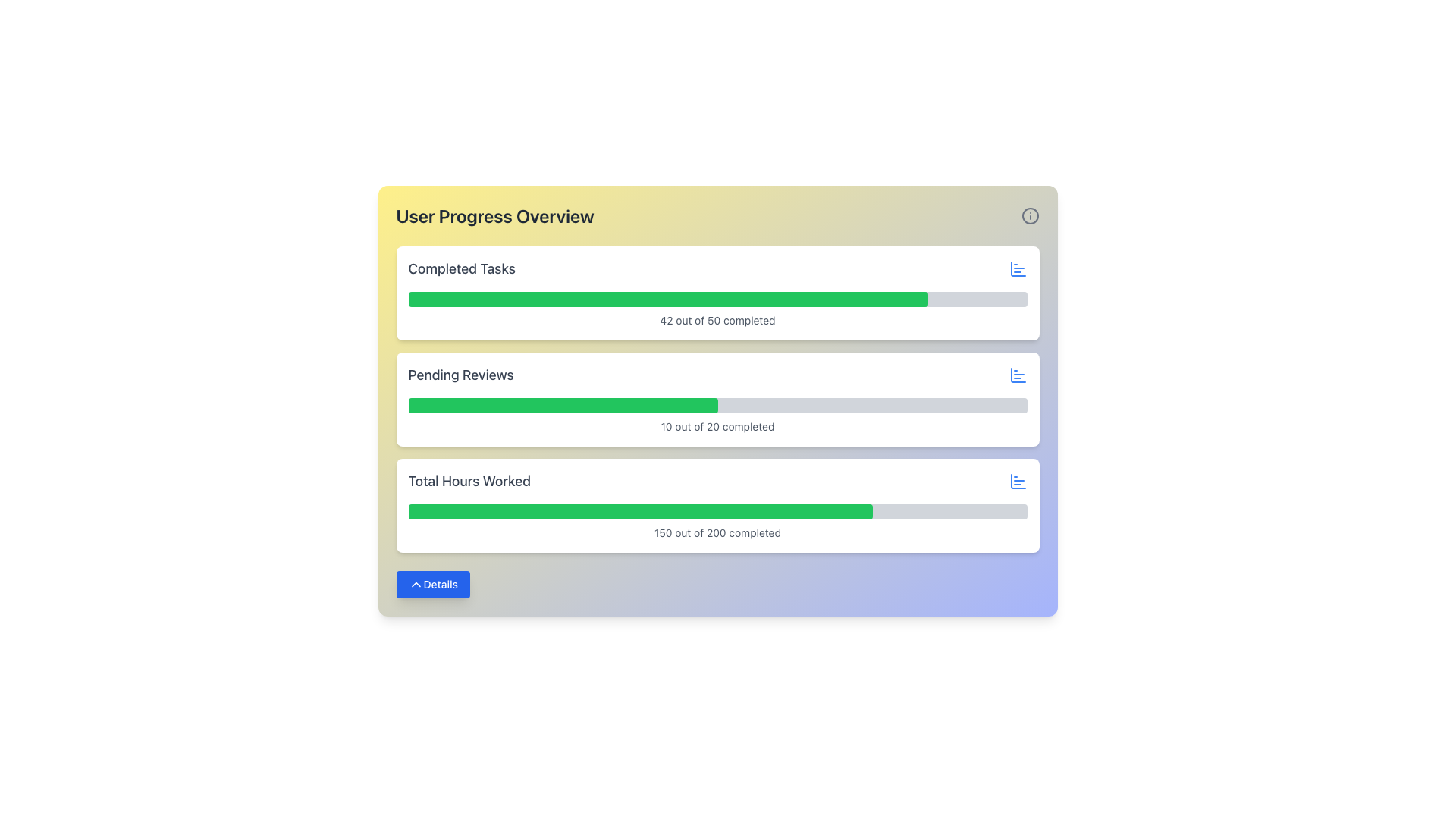 The width and height of the screenshot is (1456, 819). What do you see at coordinates (562, 405) in the screenshot?
I see `the Progress indicator bar within the 'Pending Reviews' section, which visually represents 50% completion of a task` at bounding box center [562, 405].